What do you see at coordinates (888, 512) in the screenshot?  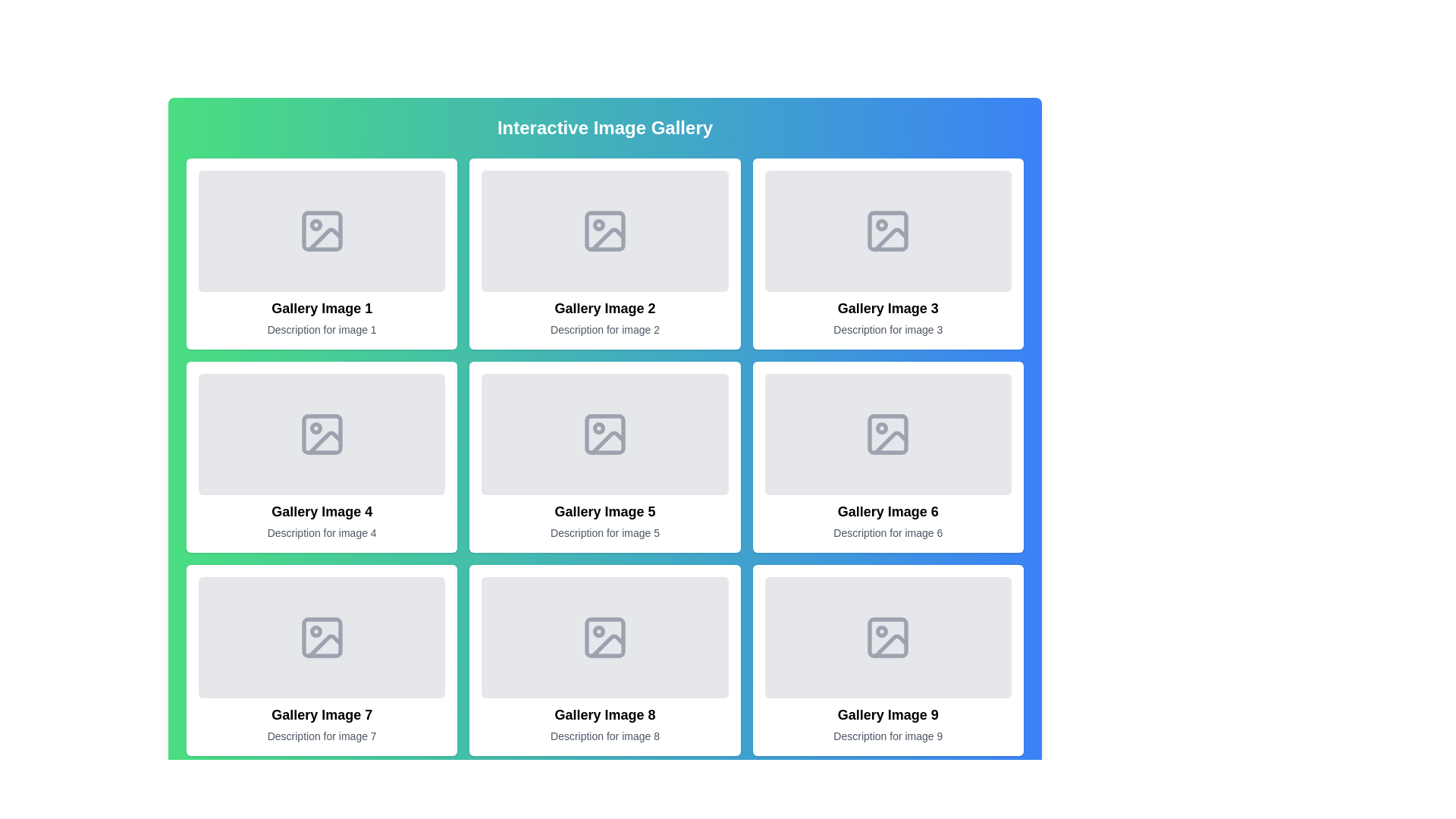 I see `the text label reading 'Gallery Image 6', which is styled with bold and large font and positioned in the lower section of a card layout` at bounding box center [888, 512].